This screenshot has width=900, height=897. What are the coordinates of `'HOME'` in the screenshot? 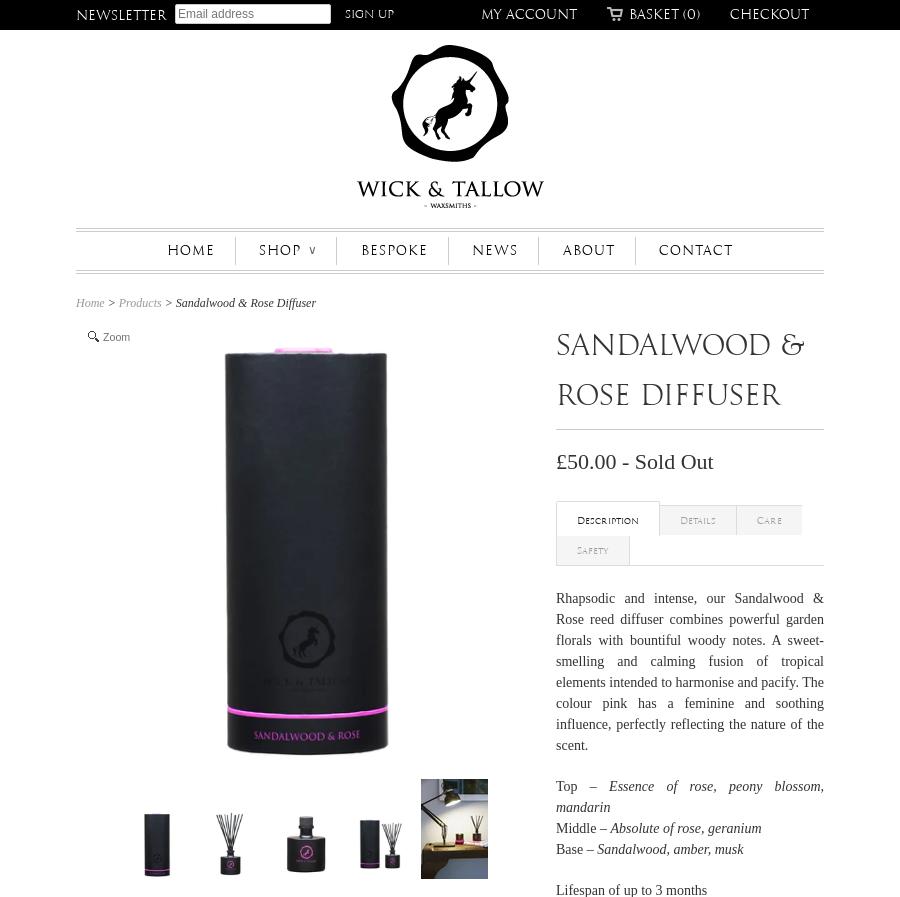 It's located at (189, 249).